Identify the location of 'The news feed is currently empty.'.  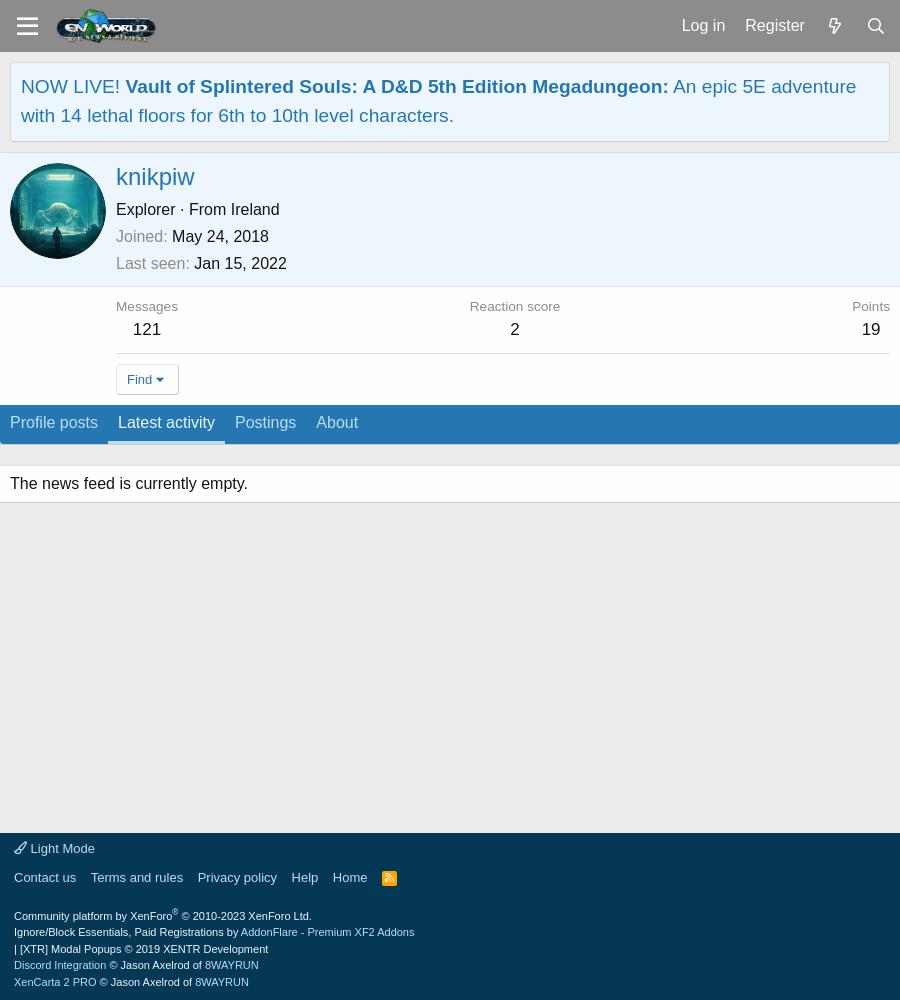
(128, 482).